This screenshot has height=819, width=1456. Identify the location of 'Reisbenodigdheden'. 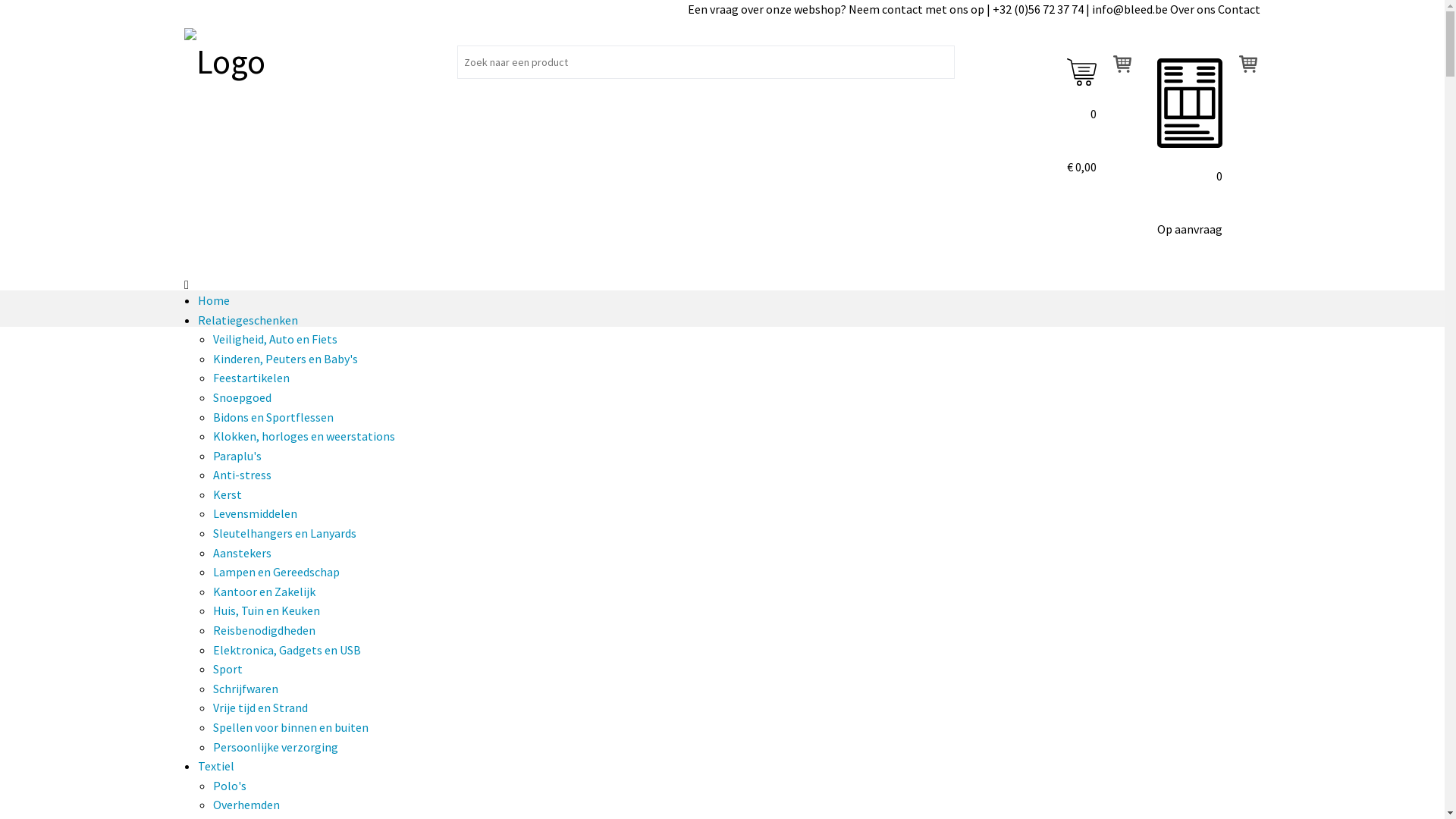
(264, 629).